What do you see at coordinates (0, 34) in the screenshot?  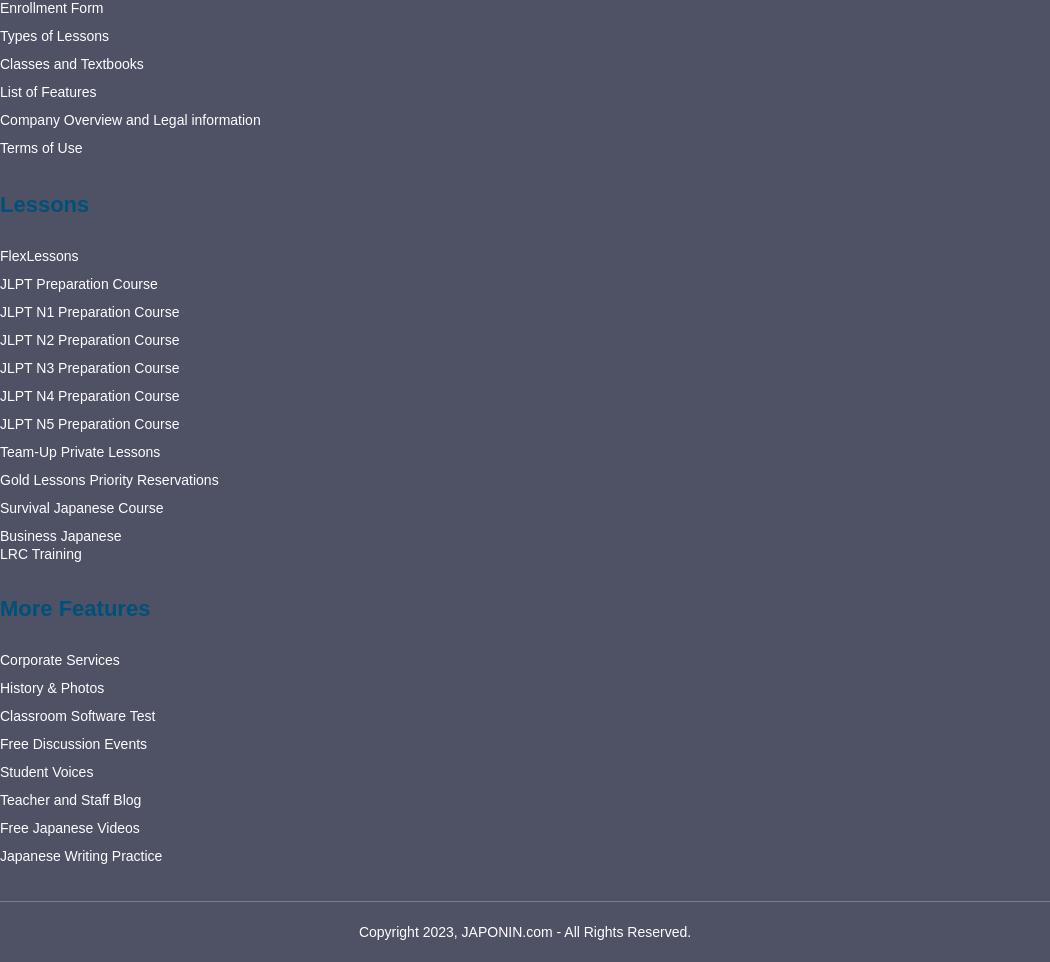 I see `'Types of Lessons'` at bounding box center [0, 34].